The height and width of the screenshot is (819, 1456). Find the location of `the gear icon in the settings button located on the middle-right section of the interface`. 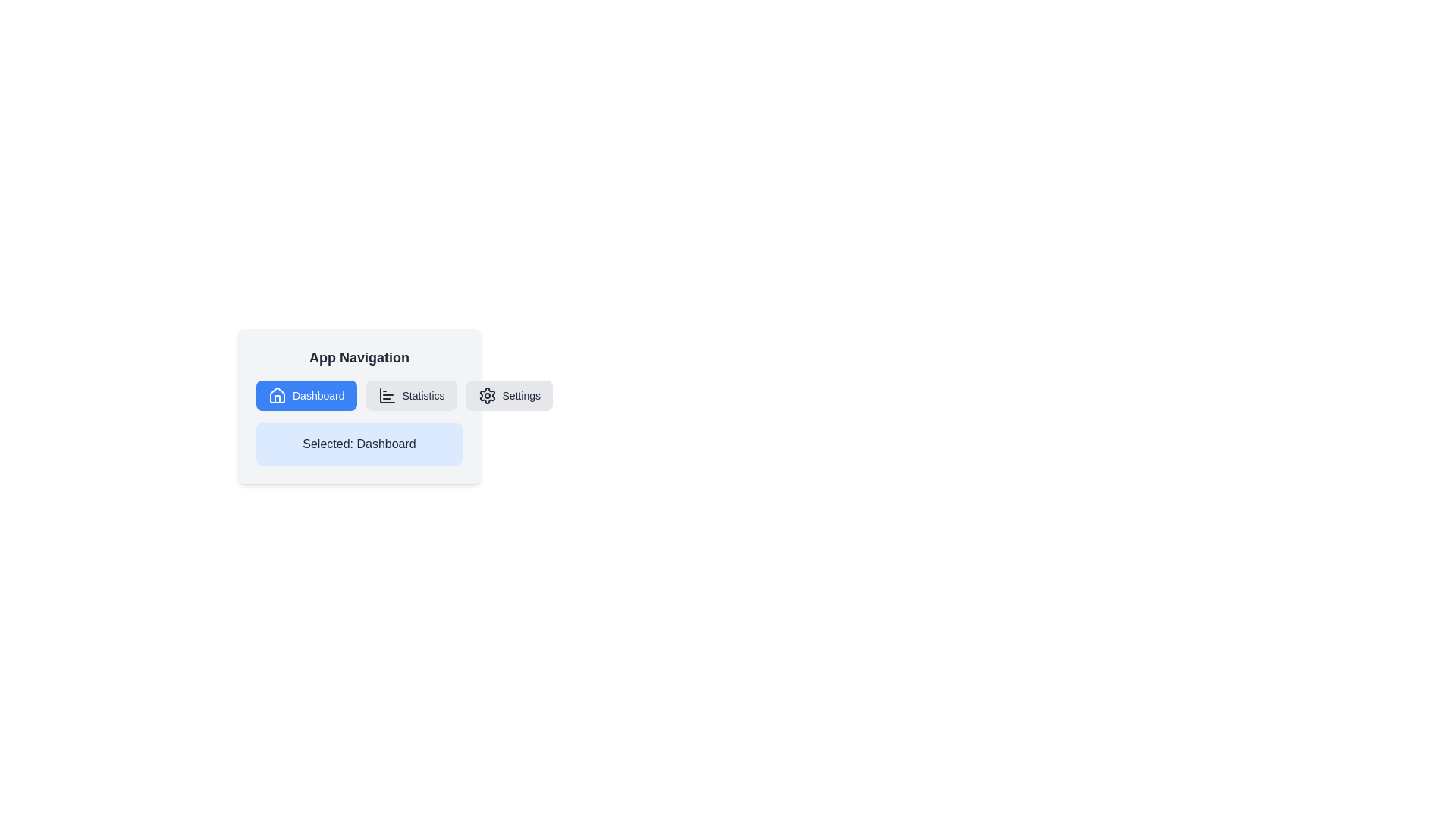

the gear icon in the settings button located on the middle-right section of the interface is located at coordinates (487, 394).